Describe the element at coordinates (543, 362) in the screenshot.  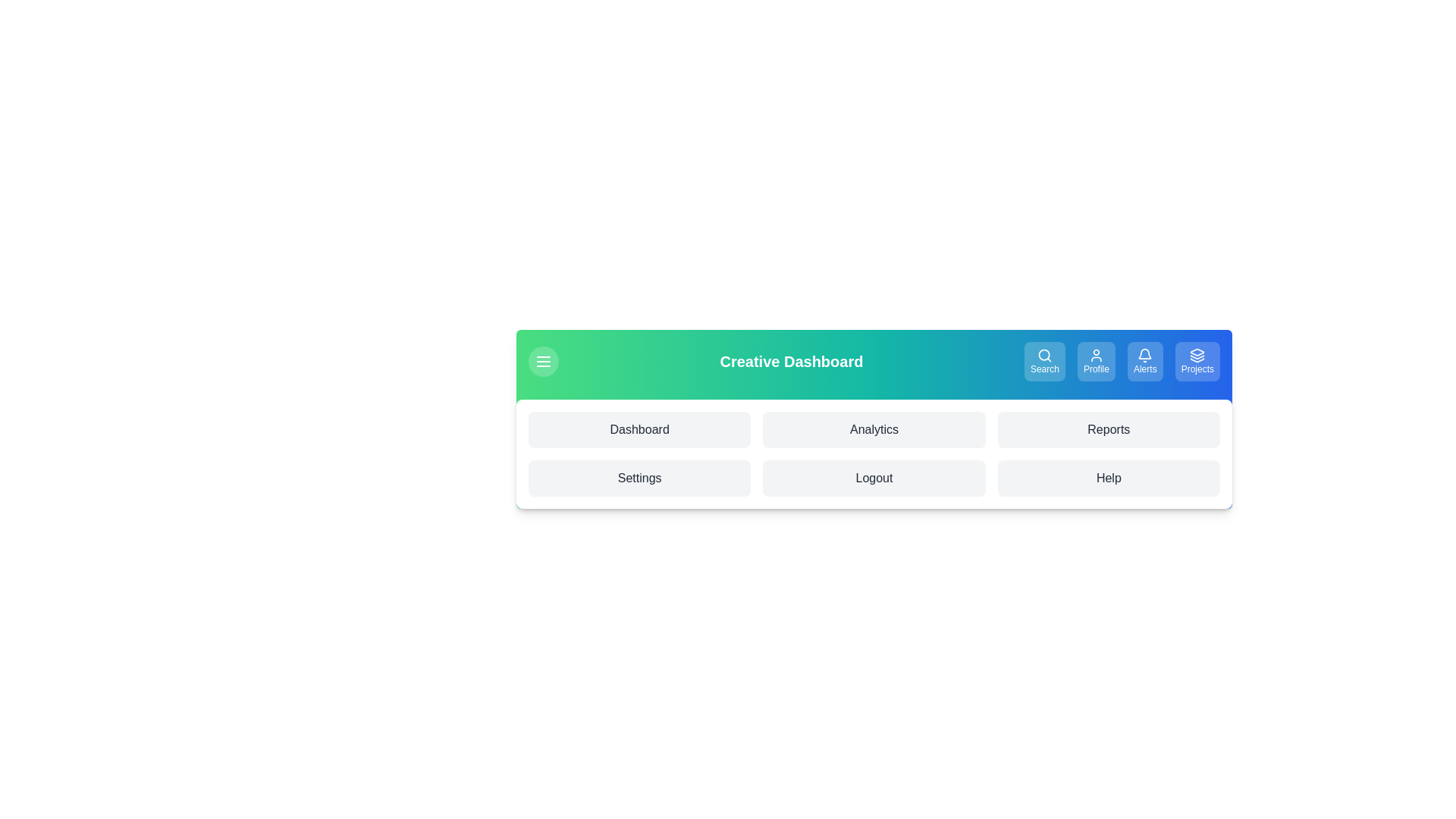
I see `the hamburger icon to toggle the menu visibility` at that location.